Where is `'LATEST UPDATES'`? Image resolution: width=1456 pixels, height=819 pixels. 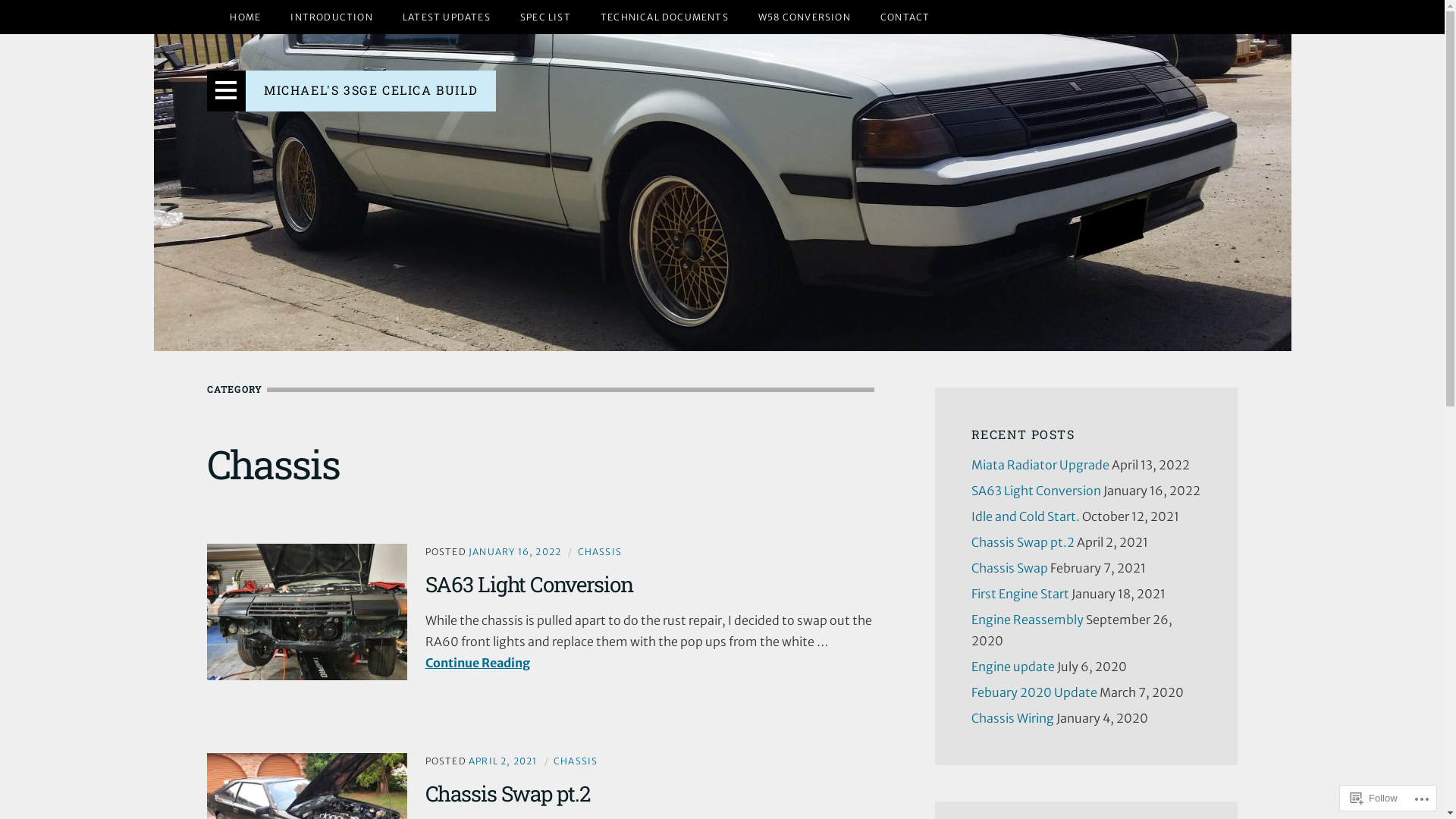
'LATEST UPDATES' is located at coordinates (446, 17).